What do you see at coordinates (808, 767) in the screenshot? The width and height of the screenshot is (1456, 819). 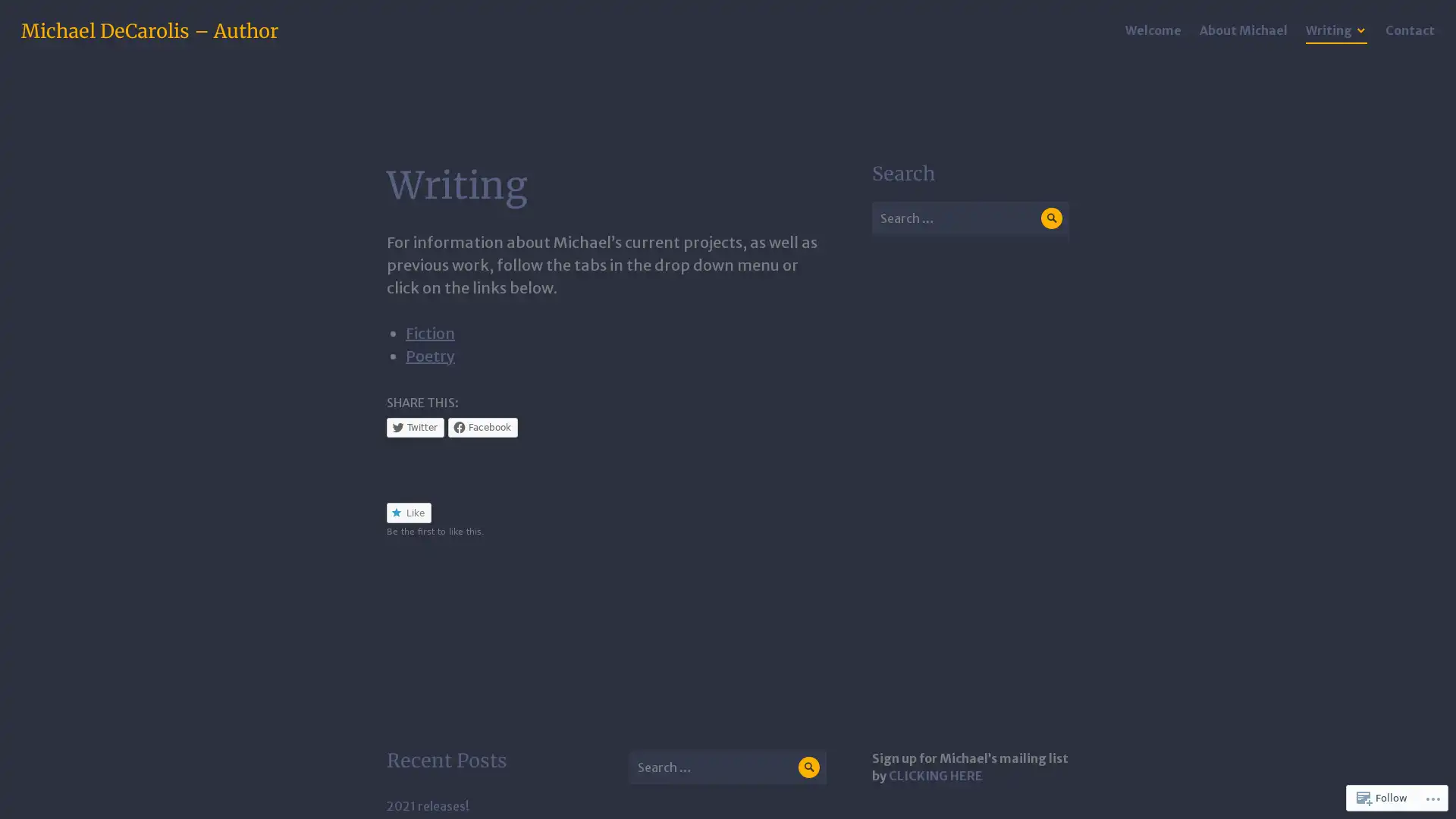 I see `Search` at bounding box center [808, 767].